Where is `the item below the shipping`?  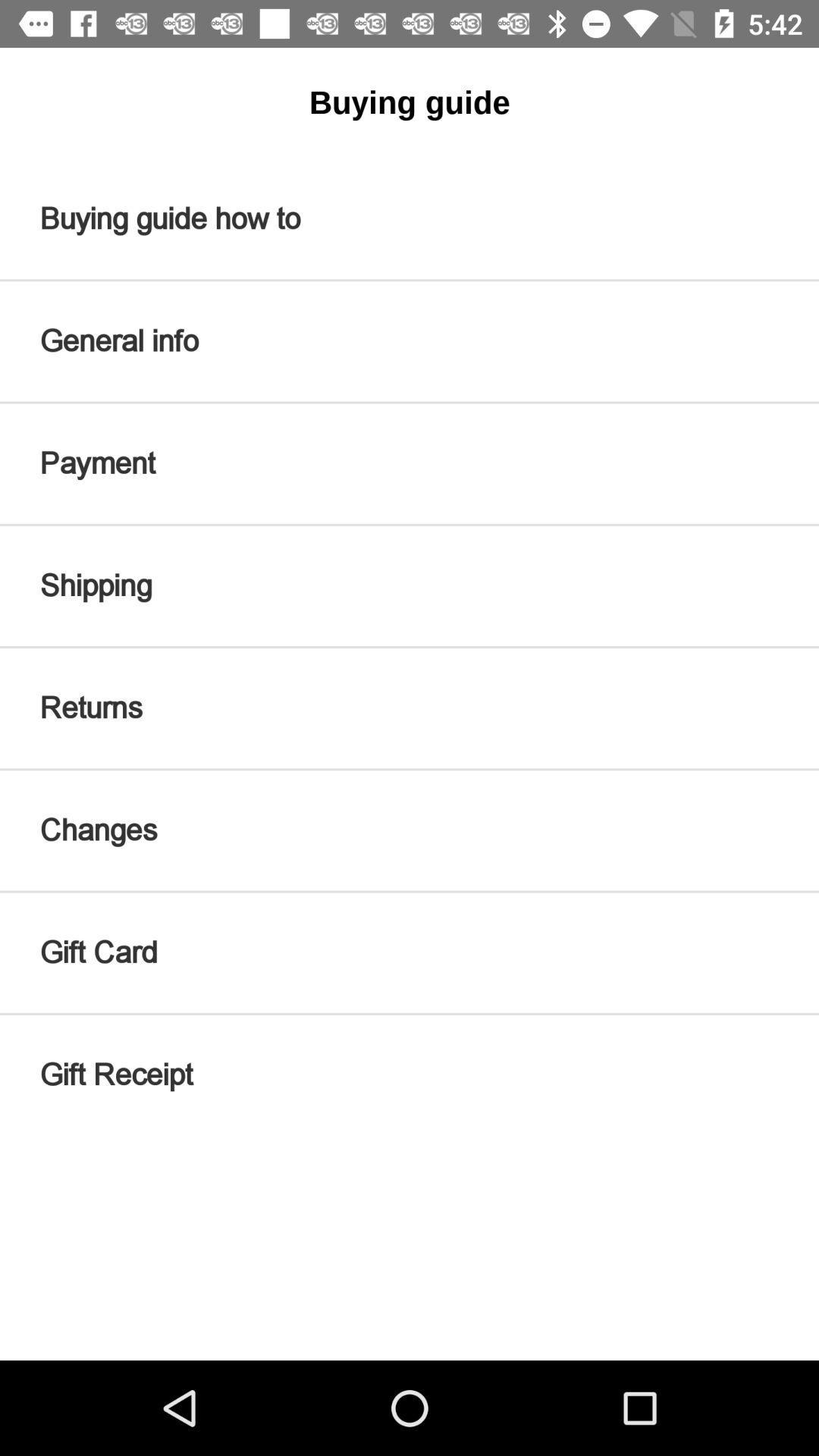
the item below the shipping is located at coordinates (409, 708).